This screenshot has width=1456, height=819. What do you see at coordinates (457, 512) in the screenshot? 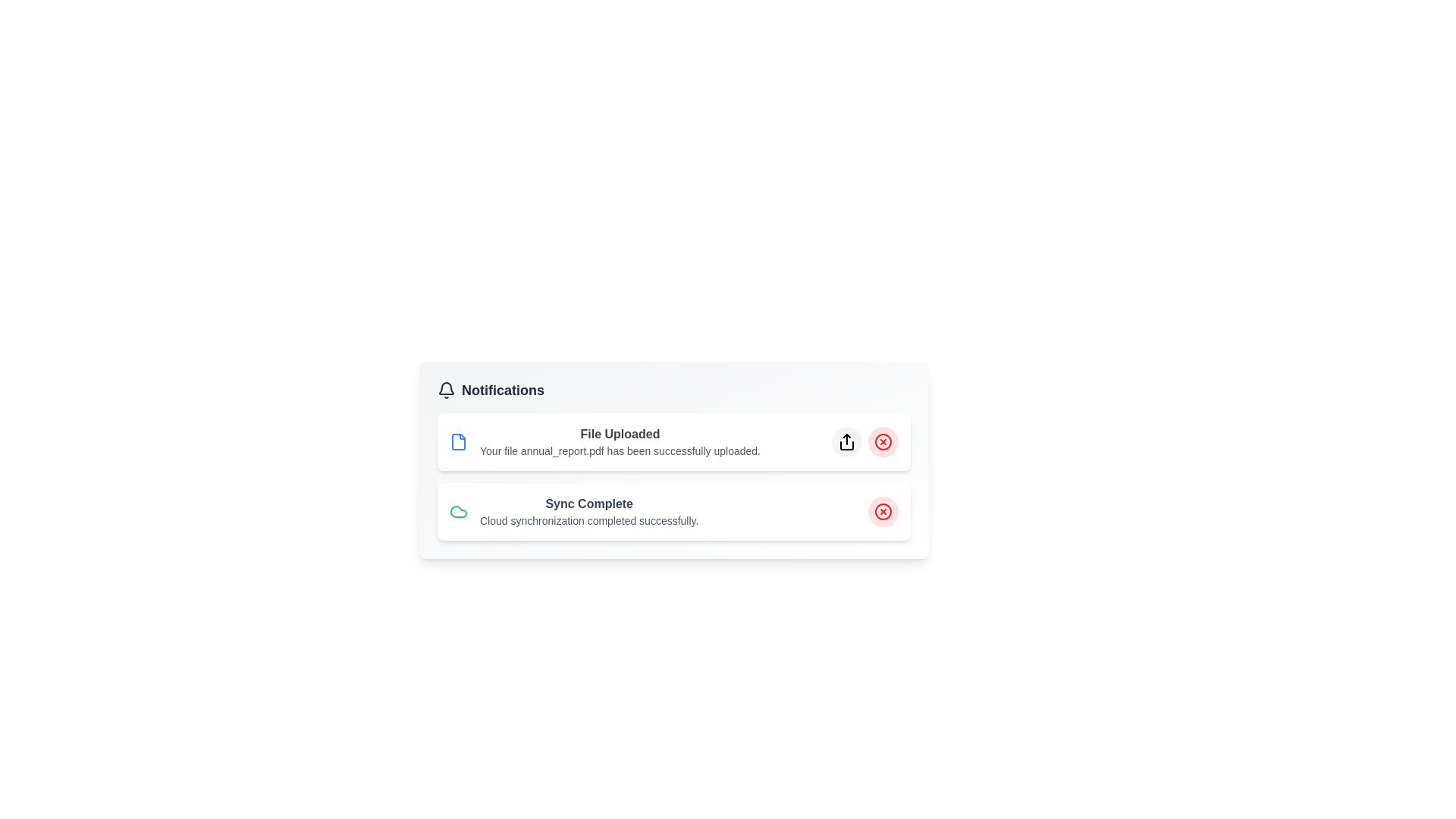
I see `the cloud synchronization completion icon located in the top-left corner of the 'Sync Complete' notification` at bounding box center [457, 512].